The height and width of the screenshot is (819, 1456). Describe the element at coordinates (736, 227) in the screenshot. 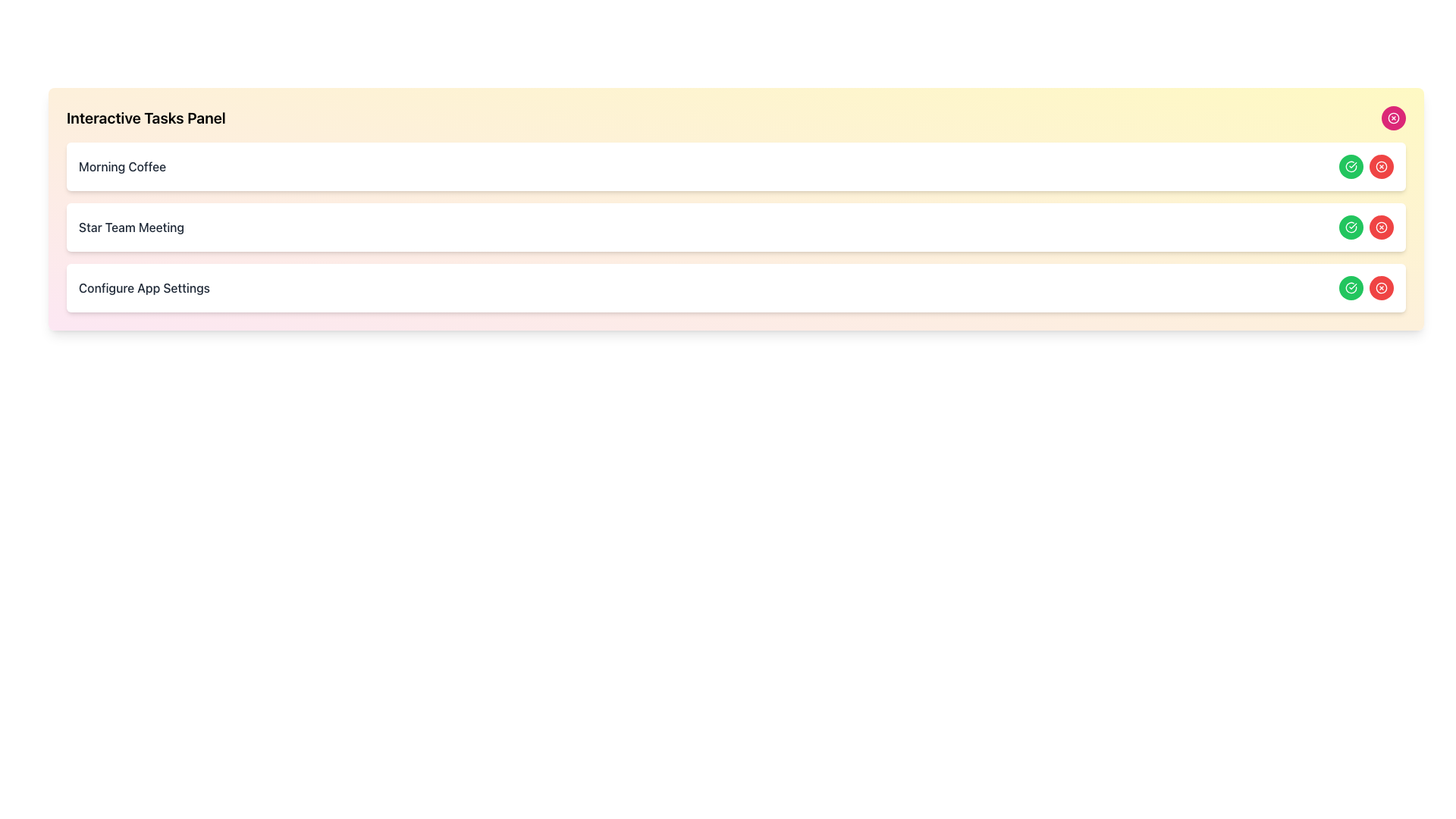

I see `the 'Star Team Meeting' interactive list entry to edit the task title` at that location.